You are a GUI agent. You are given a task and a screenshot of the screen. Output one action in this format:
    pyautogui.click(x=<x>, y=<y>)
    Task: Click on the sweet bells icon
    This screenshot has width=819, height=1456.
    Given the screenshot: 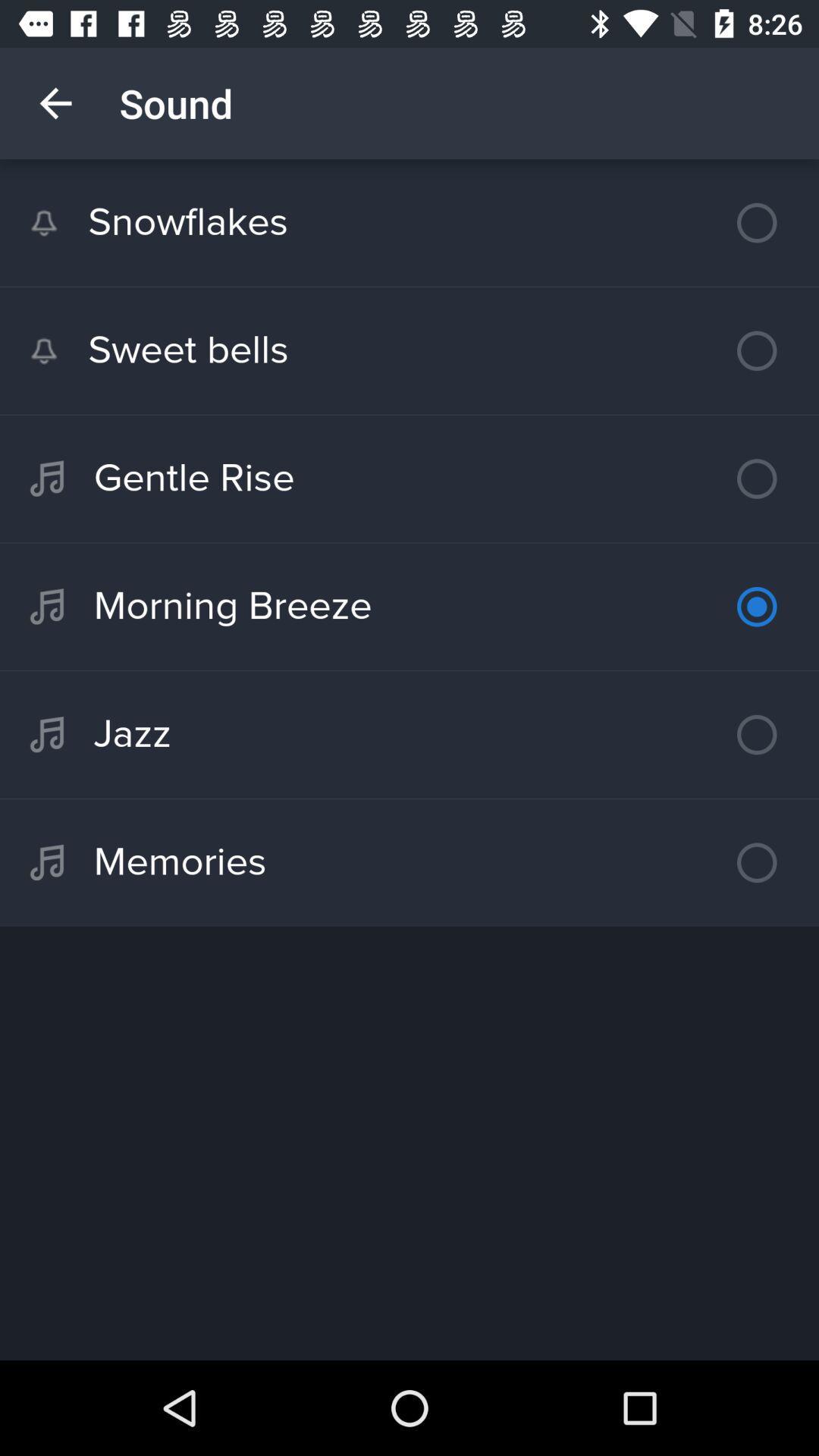 What is the action you would take?
    pyautogui.click(x=409, y=350)
    